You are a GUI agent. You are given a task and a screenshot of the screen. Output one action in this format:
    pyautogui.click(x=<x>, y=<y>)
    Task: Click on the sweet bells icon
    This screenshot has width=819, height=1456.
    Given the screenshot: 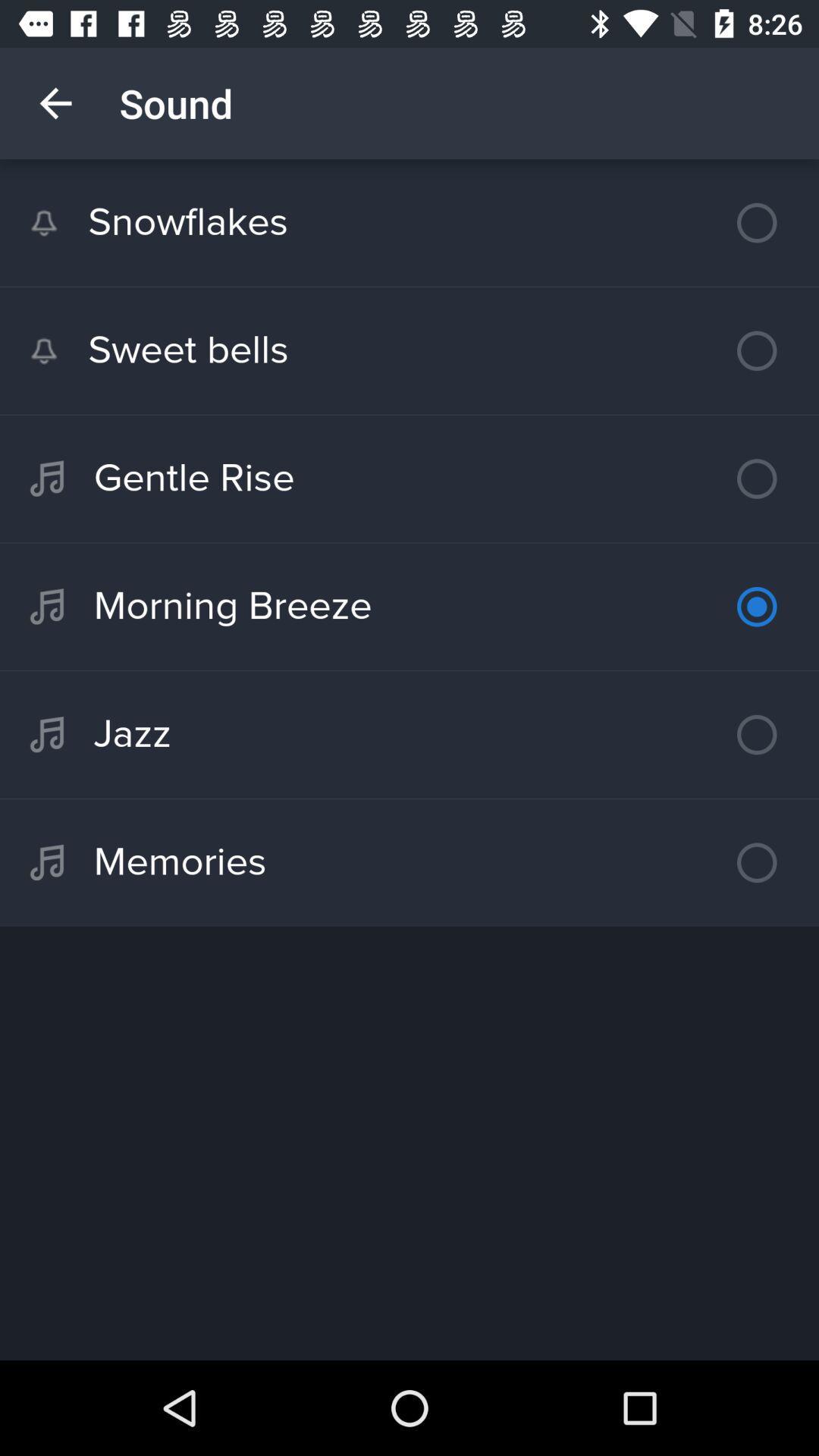 What is the action you would take?
    pyautogui.click(x=409, y=350)
    